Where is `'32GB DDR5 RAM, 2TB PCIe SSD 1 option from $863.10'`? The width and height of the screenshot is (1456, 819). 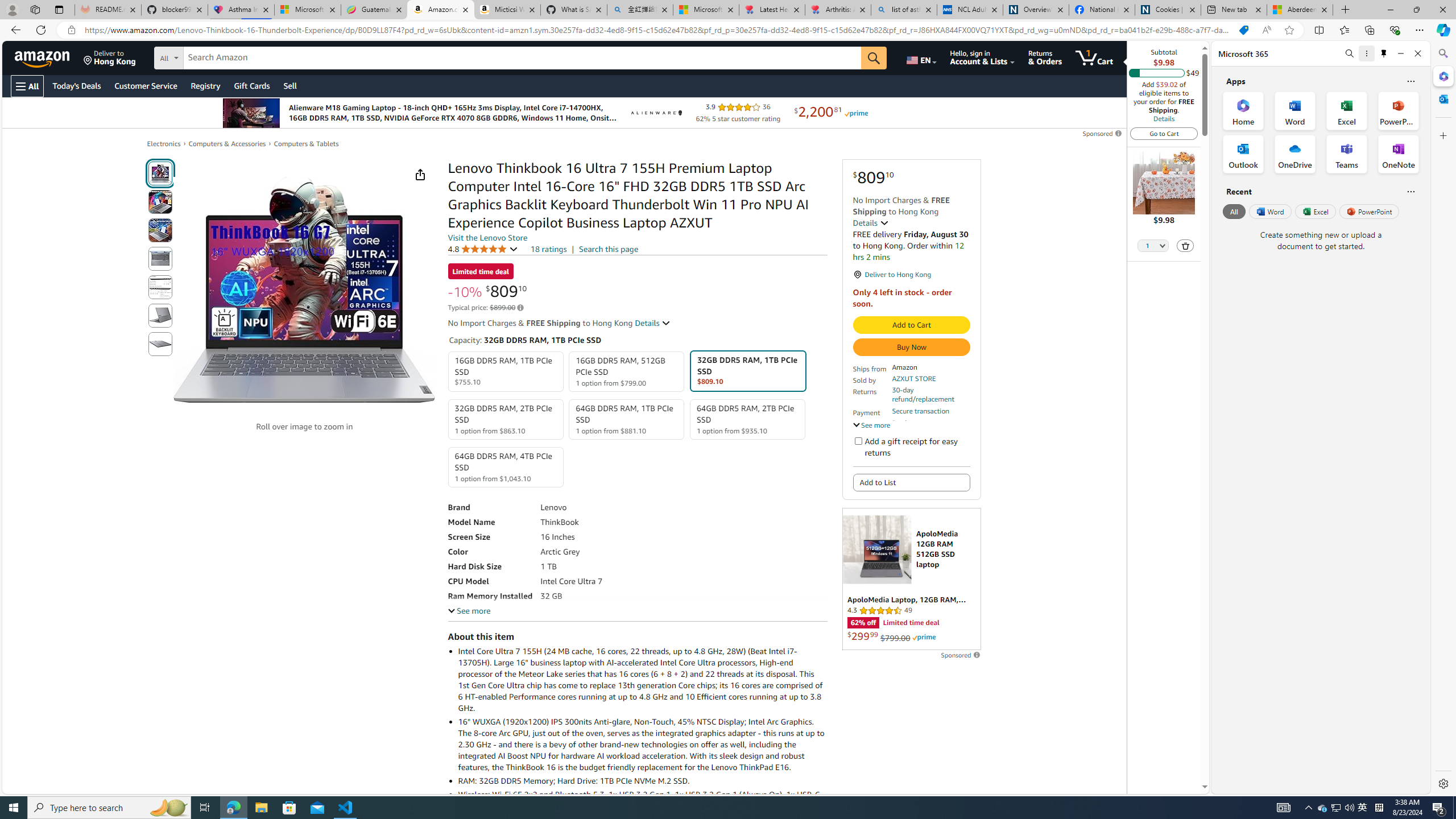
'32GB DDR5 RAM, 2TB PCIe SSD 1 option from $863.10' is located at coordinates (505, 419).